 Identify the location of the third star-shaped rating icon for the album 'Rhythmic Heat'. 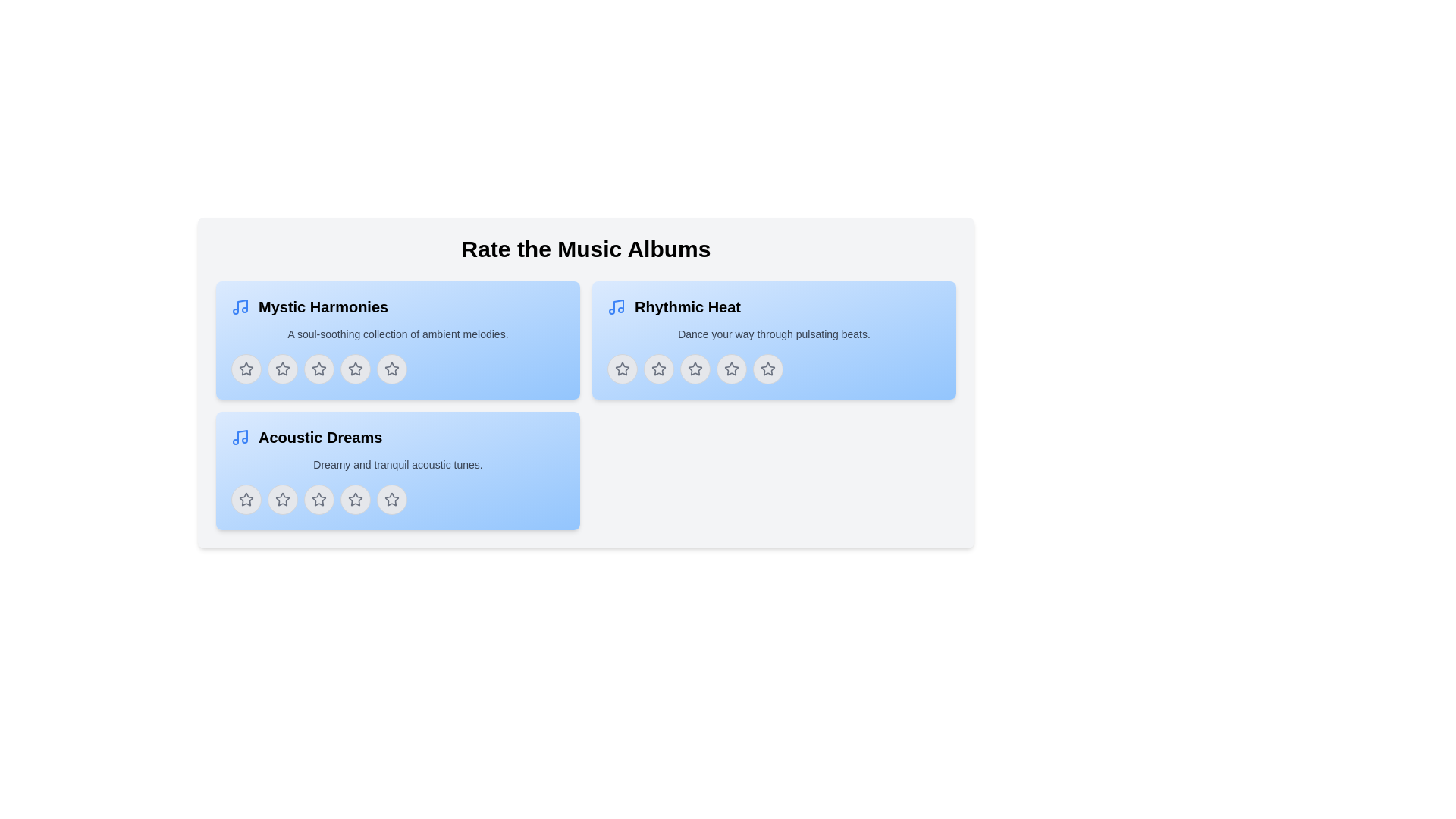
(694, 369).